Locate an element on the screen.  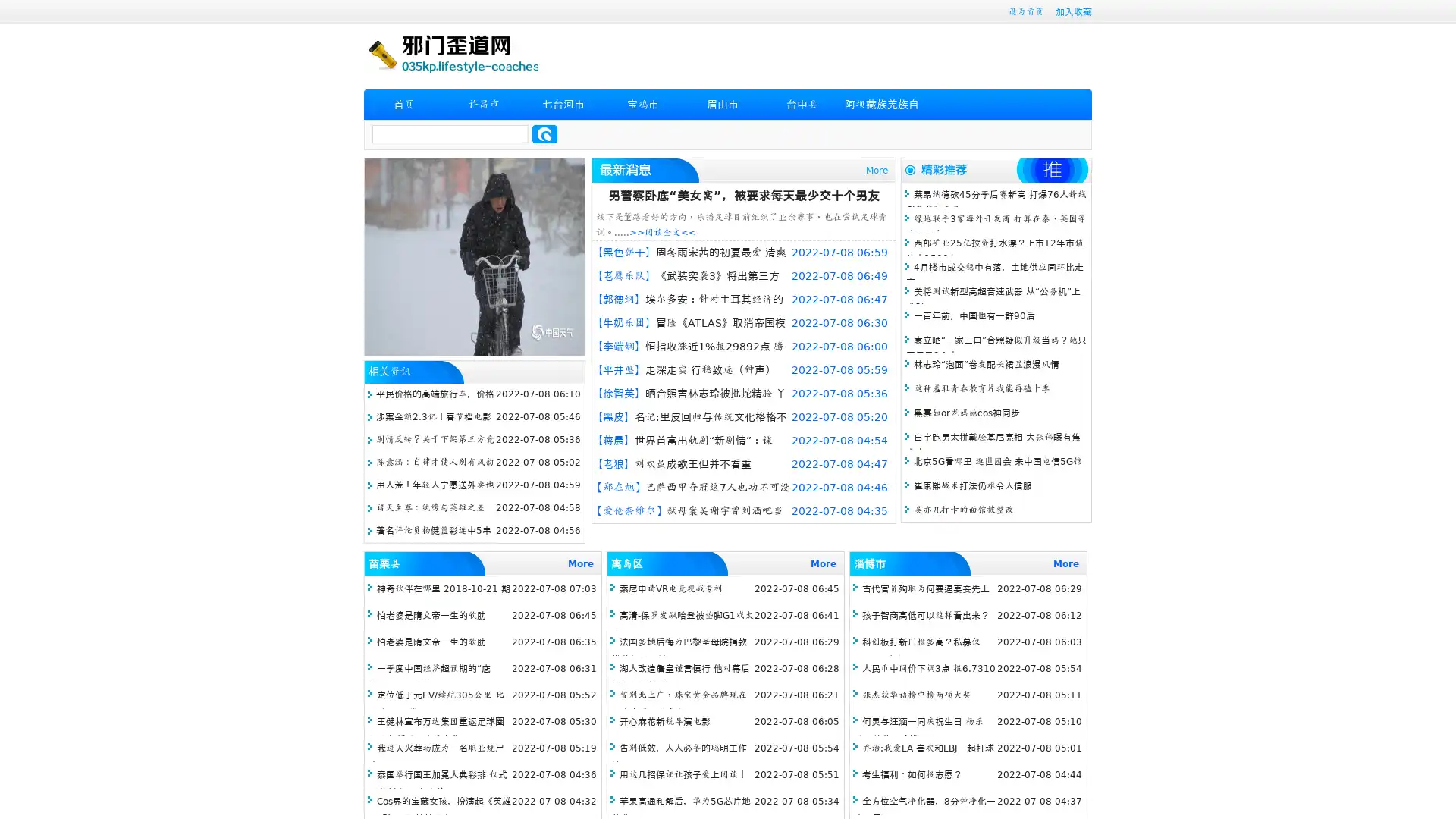
Search is located at coordinates (544, 133).